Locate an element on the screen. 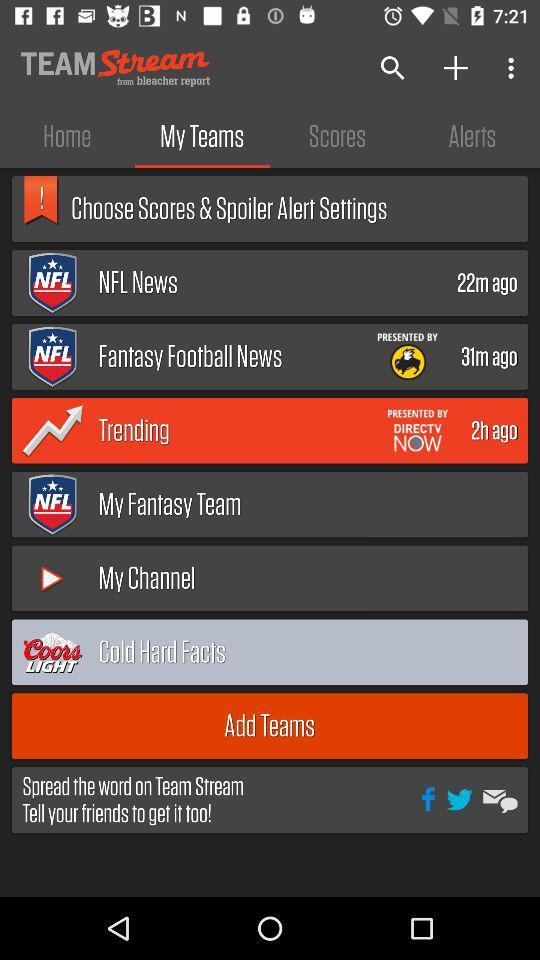  open advertisement is located at coordinates (416, 430).